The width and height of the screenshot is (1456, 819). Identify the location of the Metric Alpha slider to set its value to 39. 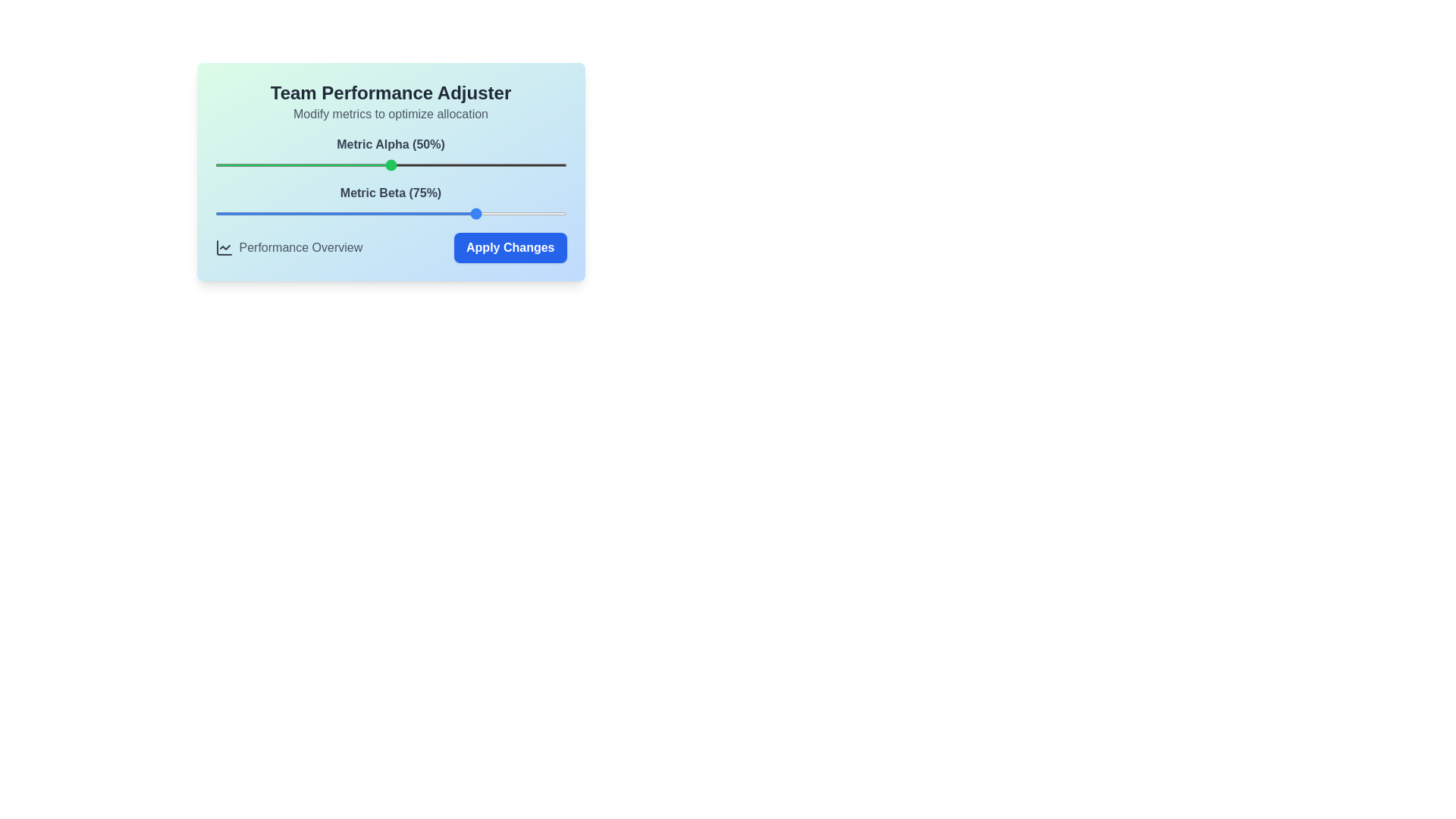
(351, 165).